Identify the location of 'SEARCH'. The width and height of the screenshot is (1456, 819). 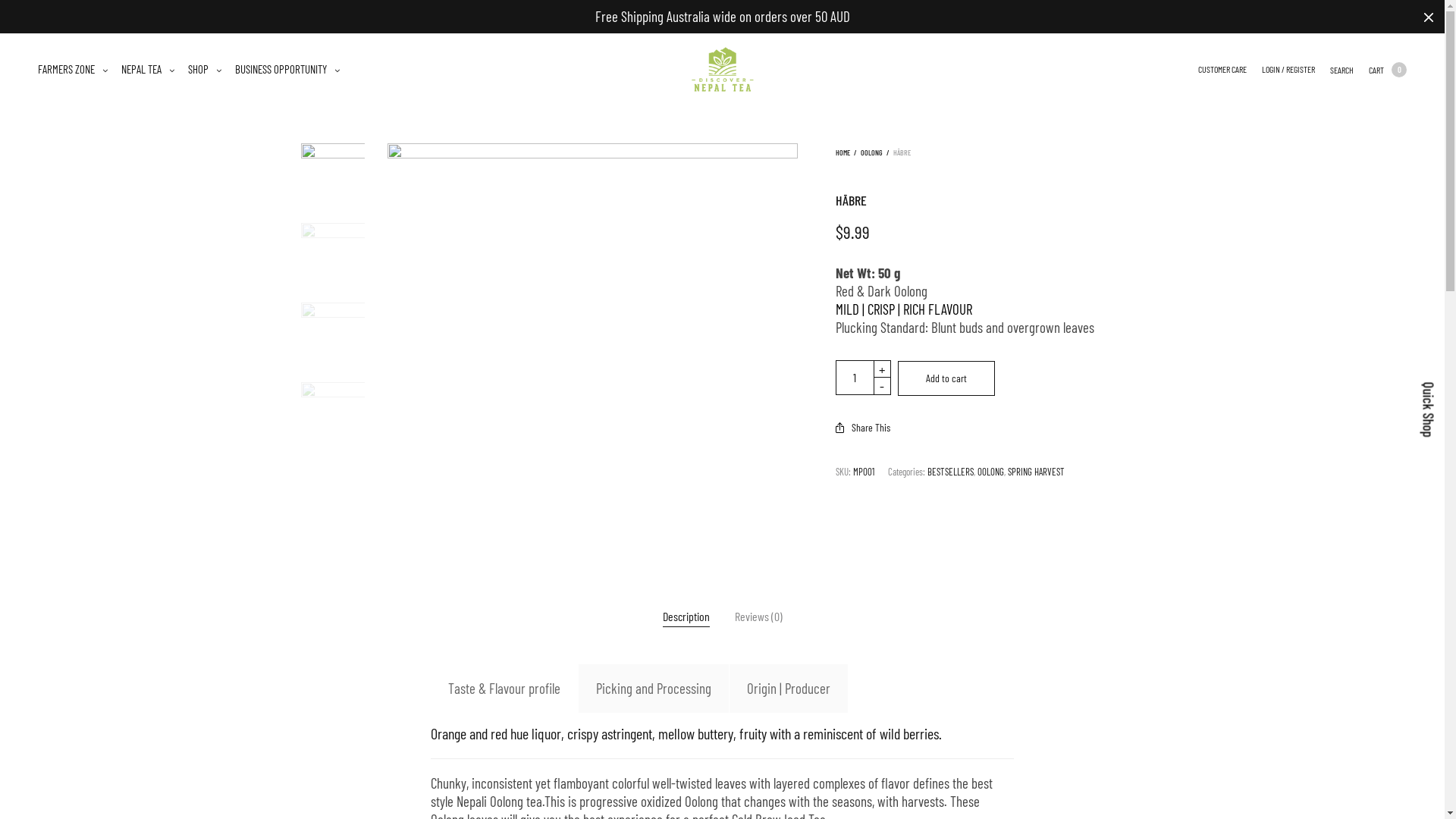
(1341, 70).